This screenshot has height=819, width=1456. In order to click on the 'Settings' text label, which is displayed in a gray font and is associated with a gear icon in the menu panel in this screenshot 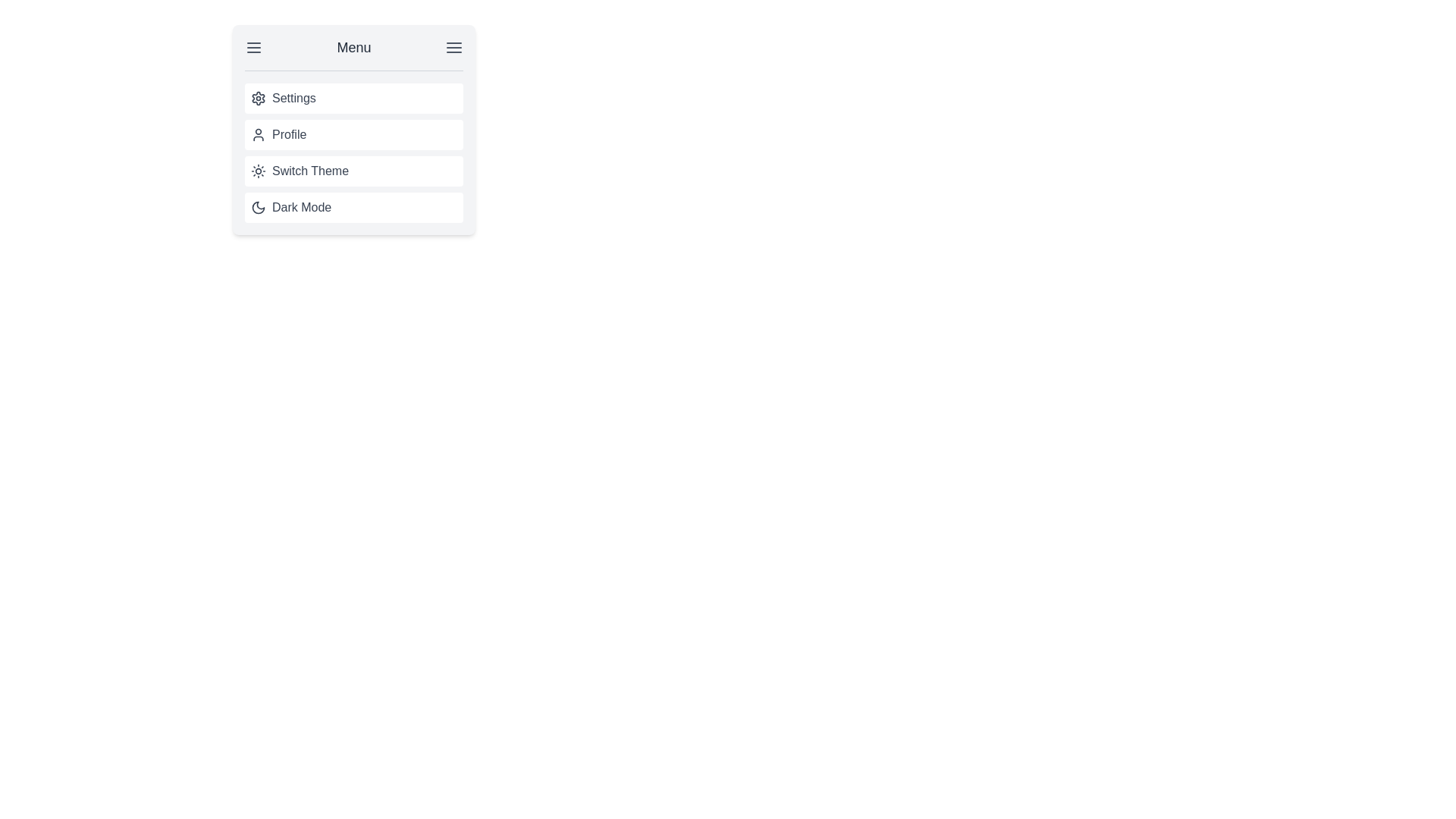, I will do `click(293, 99)`.